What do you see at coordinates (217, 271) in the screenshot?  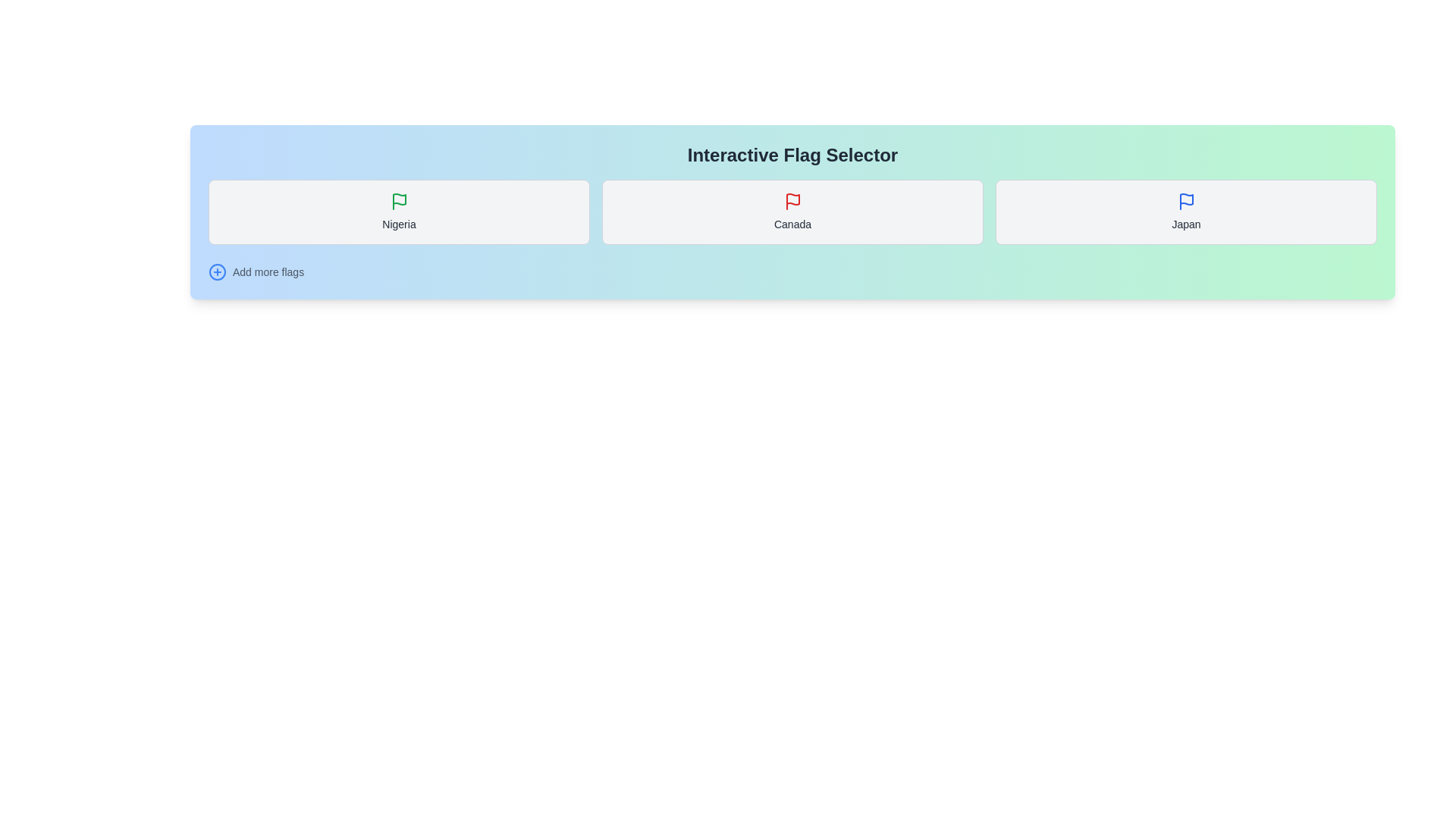 I see `the 'Add more flags' button to display additional options` at bounding box center [217, 271].